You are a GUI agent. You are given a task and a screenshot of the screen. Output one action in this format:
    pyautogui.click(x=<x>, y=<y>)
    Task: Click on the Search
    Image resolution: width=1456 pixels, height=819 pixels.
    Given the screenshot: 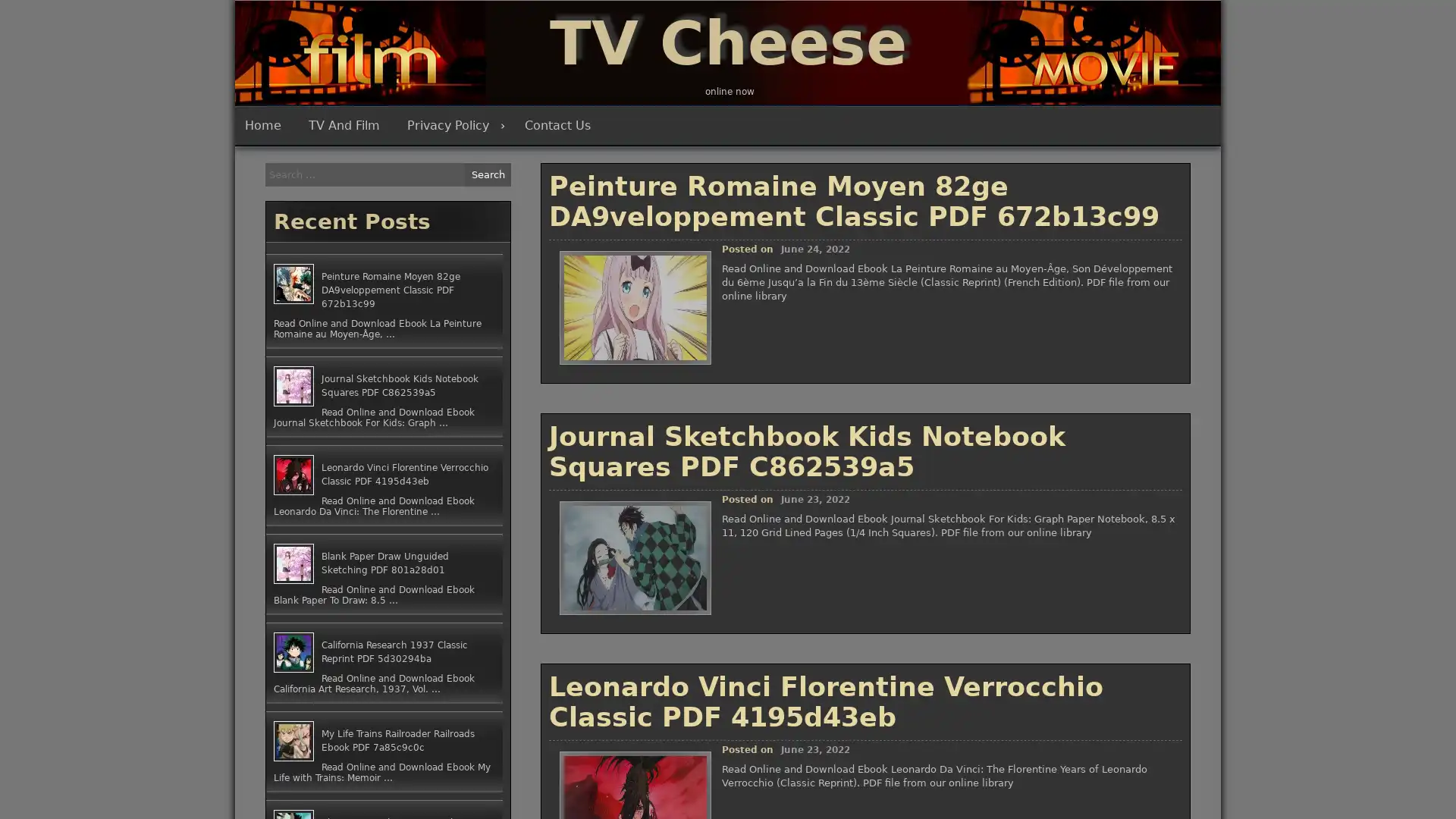 What is the action you would take?
    pyautogui.click(x=488, y=174)
    